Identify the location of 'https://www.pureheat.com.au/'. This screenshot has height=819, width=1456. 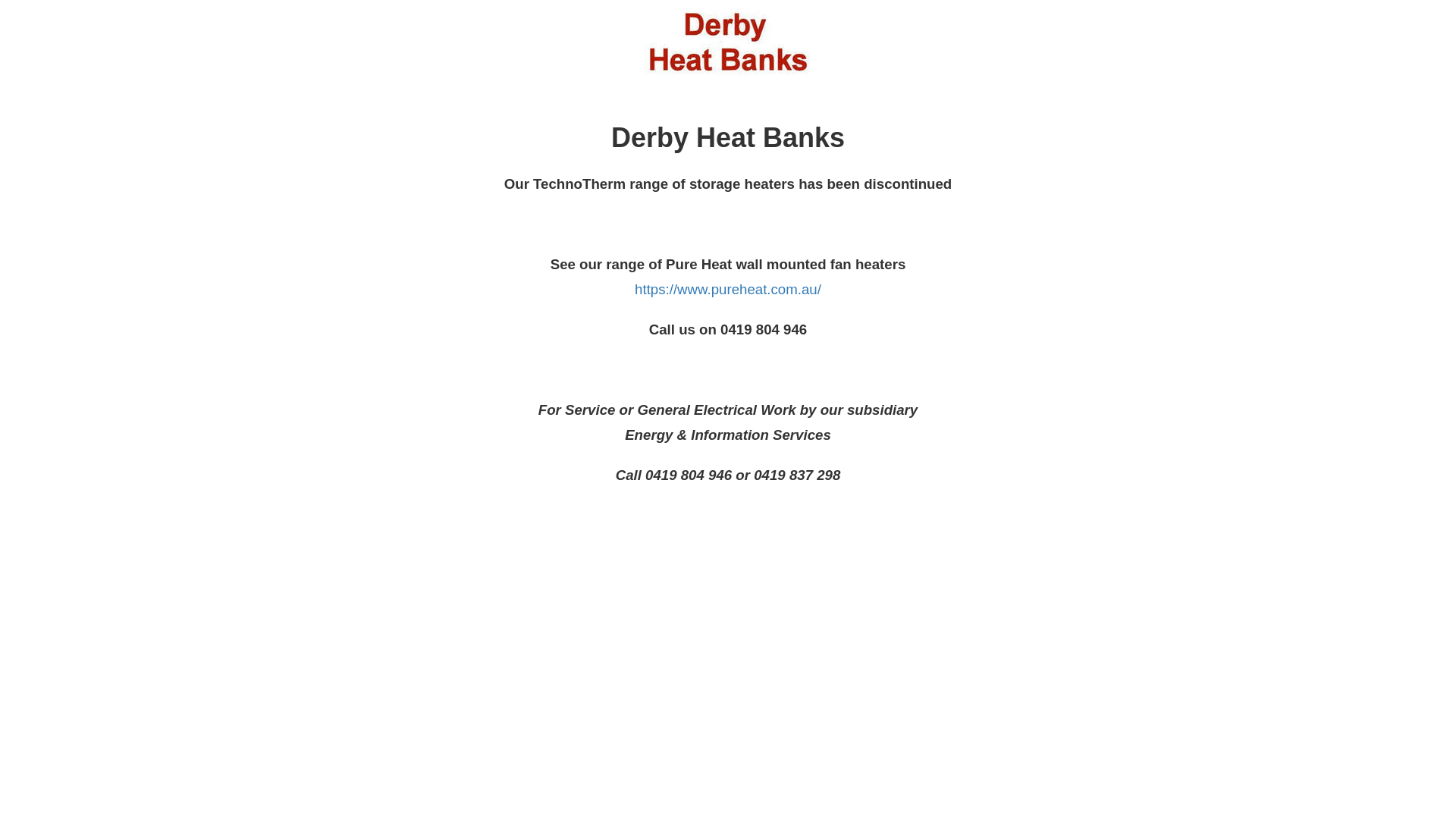
(634, 289).